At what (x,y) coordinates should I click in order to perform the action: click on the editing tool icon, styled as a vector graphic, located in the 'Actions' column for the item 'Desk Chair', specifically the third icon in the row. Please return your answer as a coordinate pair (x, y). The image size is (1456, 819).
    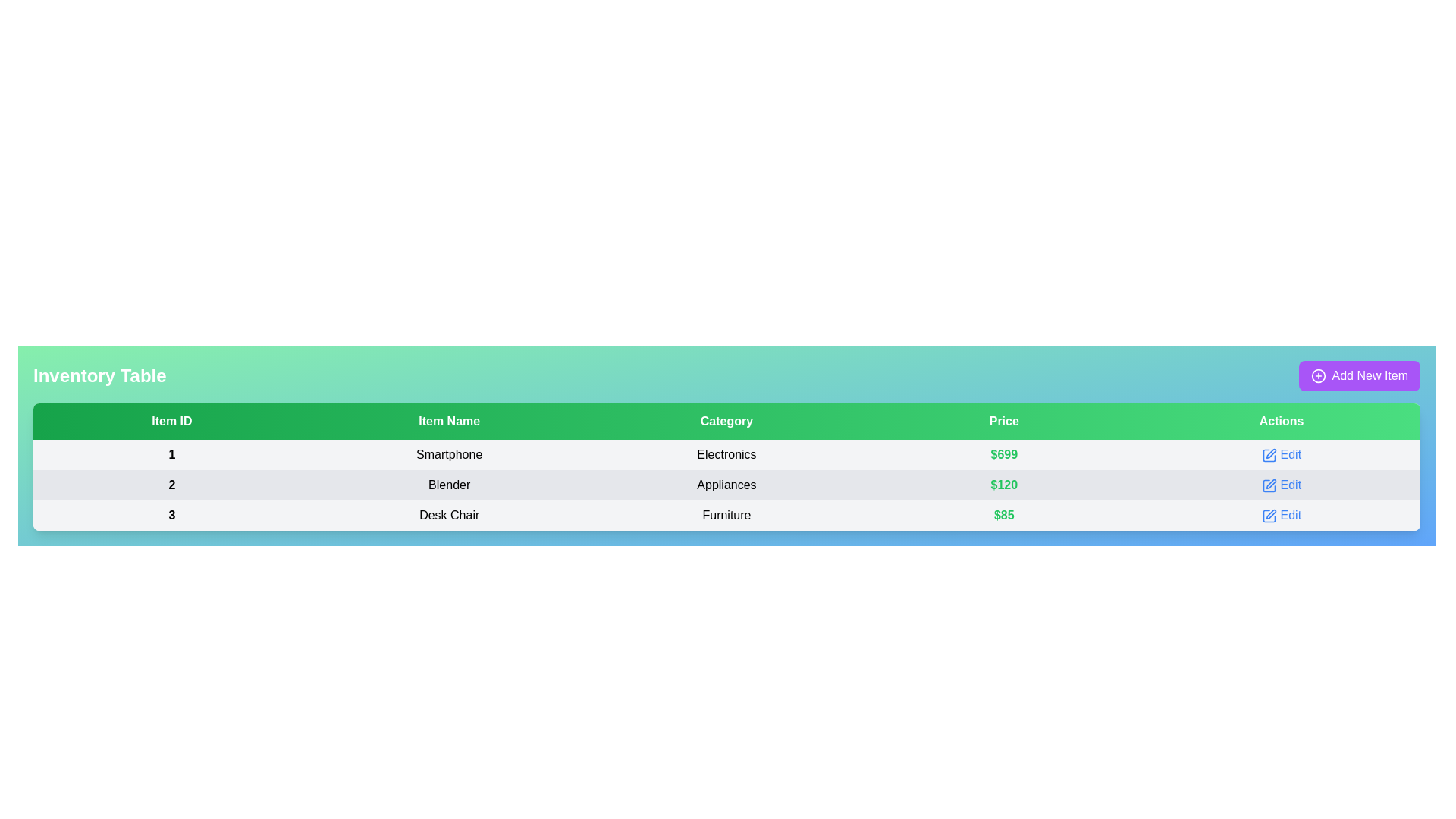
    Looking at the image, I should click on (1271, 513).